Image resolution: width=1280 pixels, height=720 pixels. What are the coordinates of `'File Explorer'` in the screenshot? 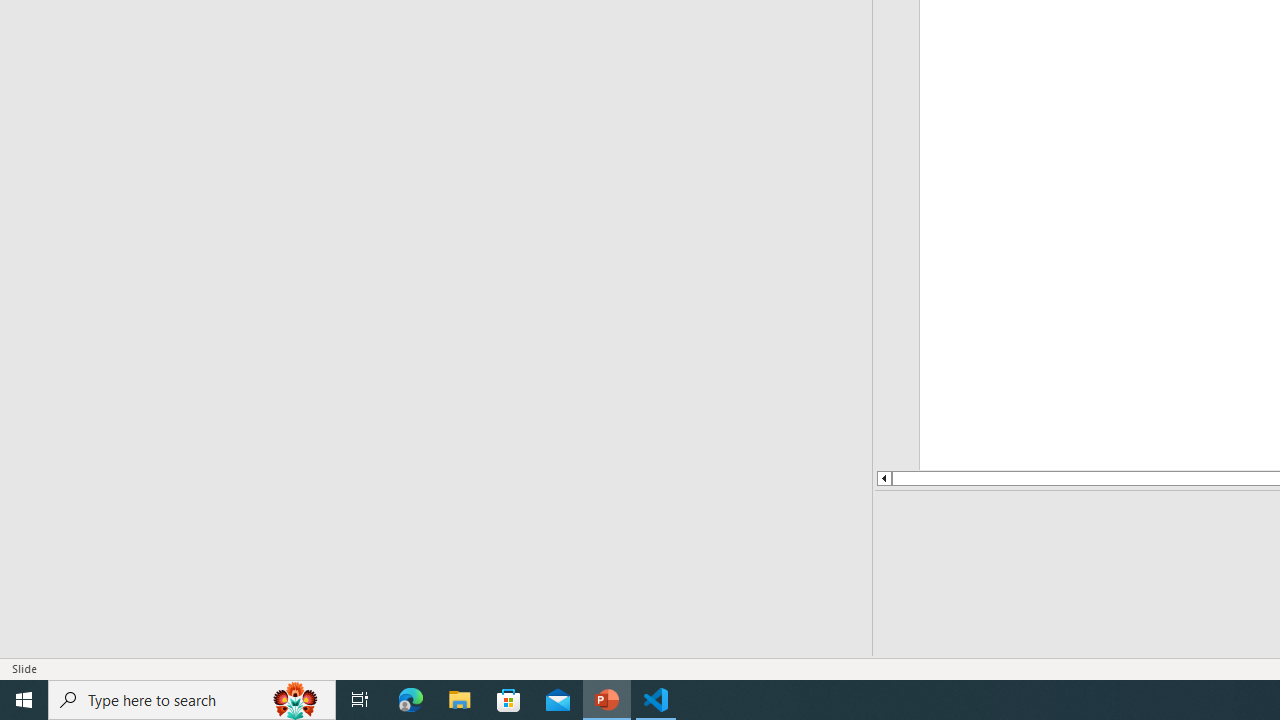 It's located at (459, 698).